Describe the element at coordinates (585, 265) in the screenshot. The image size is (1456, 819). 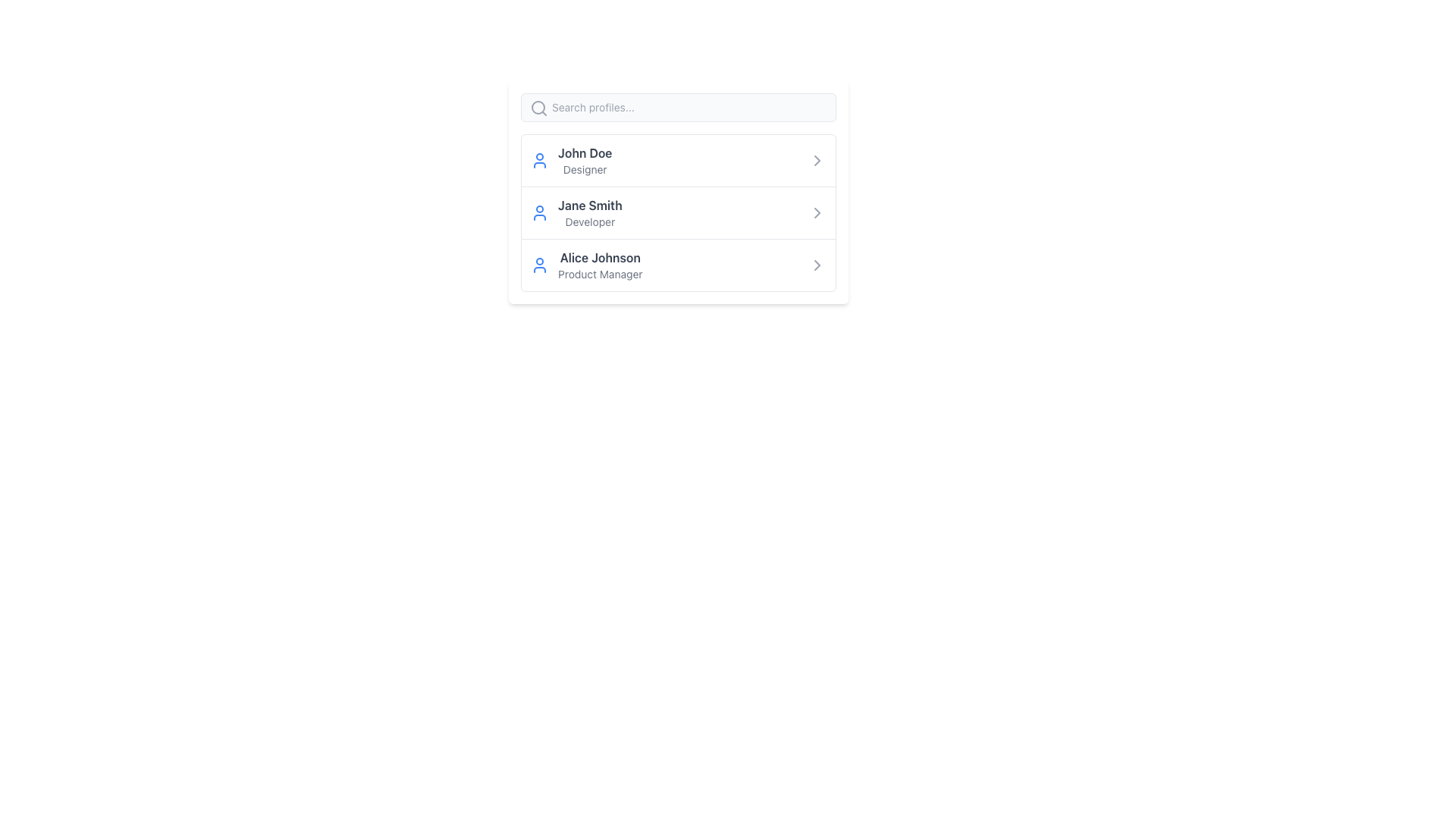
I see `the List item displaying the profile of 'Alice Johnson', which includes a blue user icon and bold gray text for the name` at that location.